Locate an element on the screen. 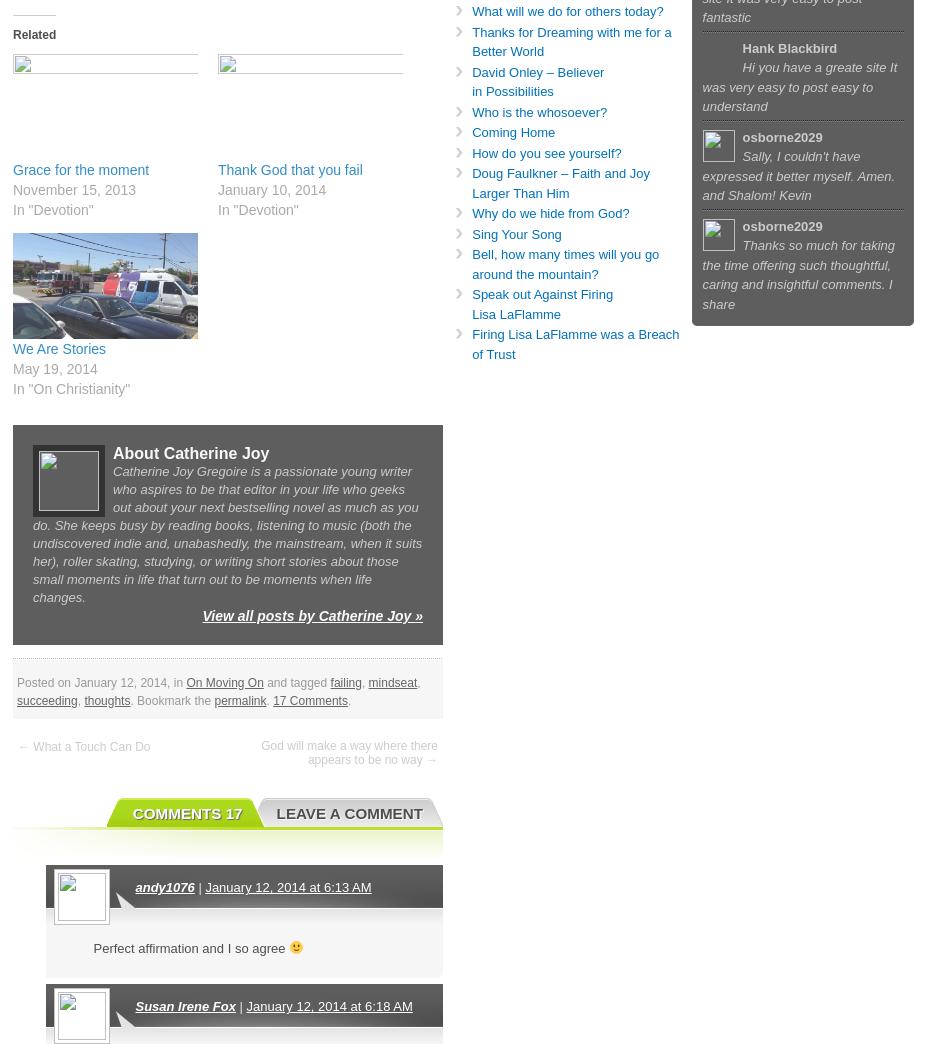 This screenshot has height=1044, width=940. 'Doug Faulkner – Faith and Joy Larger Than Him' is located at coordinates (560, 182).